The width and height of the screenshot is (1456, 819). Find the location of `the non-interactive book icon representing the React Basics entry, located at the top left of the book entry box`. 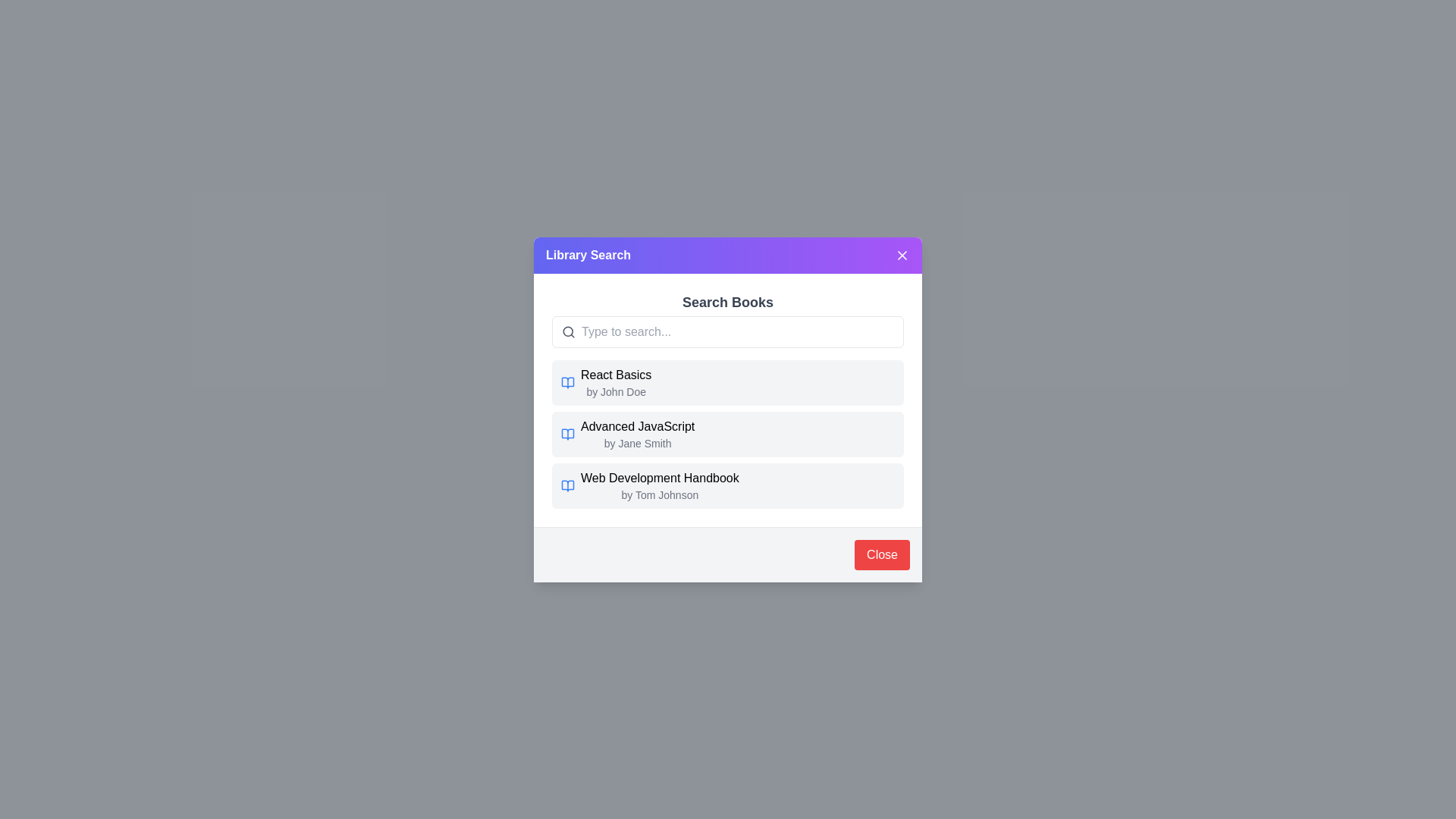

the non-interactive book icon representing the React Basics entry, located at the top left of the book entry box is located at coordinates (566, 381).